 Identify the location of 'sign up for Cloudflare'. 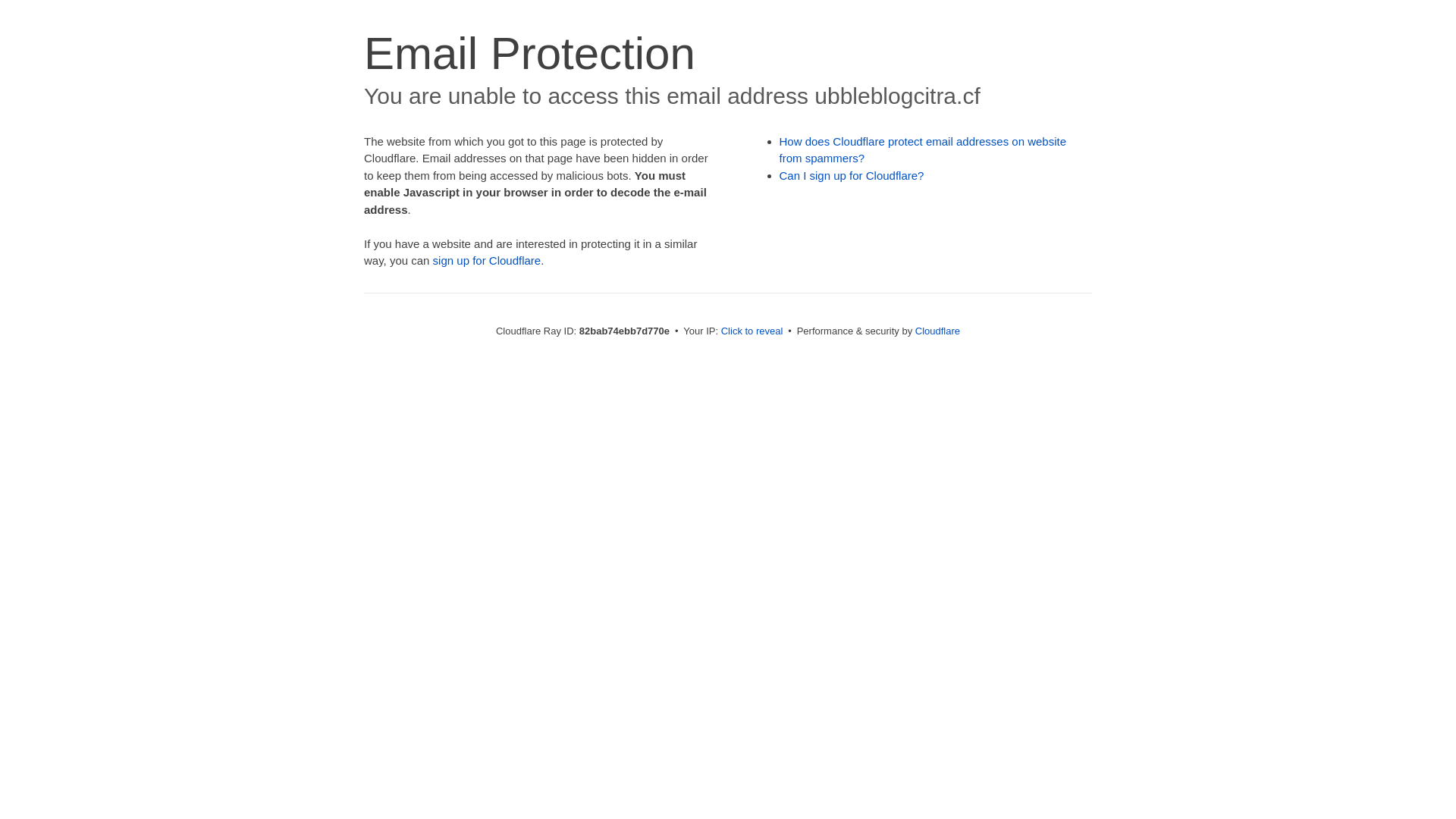
(487, 259).